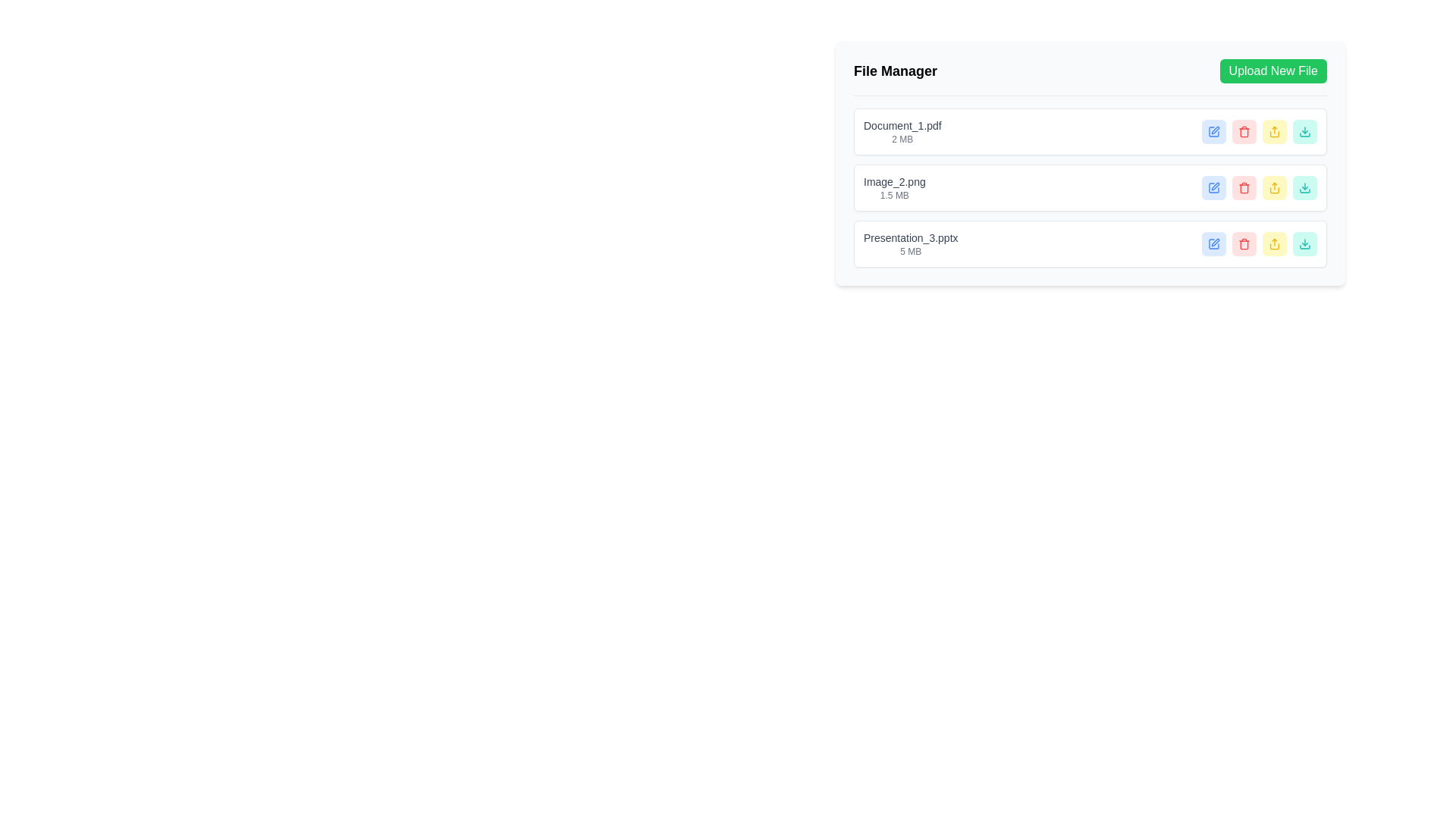 The image size is (1456, 819). I want to click on the download SVG icon located inside the rightmost button of the last row in the file manager table to initiate the file download, so click(1304, 243).